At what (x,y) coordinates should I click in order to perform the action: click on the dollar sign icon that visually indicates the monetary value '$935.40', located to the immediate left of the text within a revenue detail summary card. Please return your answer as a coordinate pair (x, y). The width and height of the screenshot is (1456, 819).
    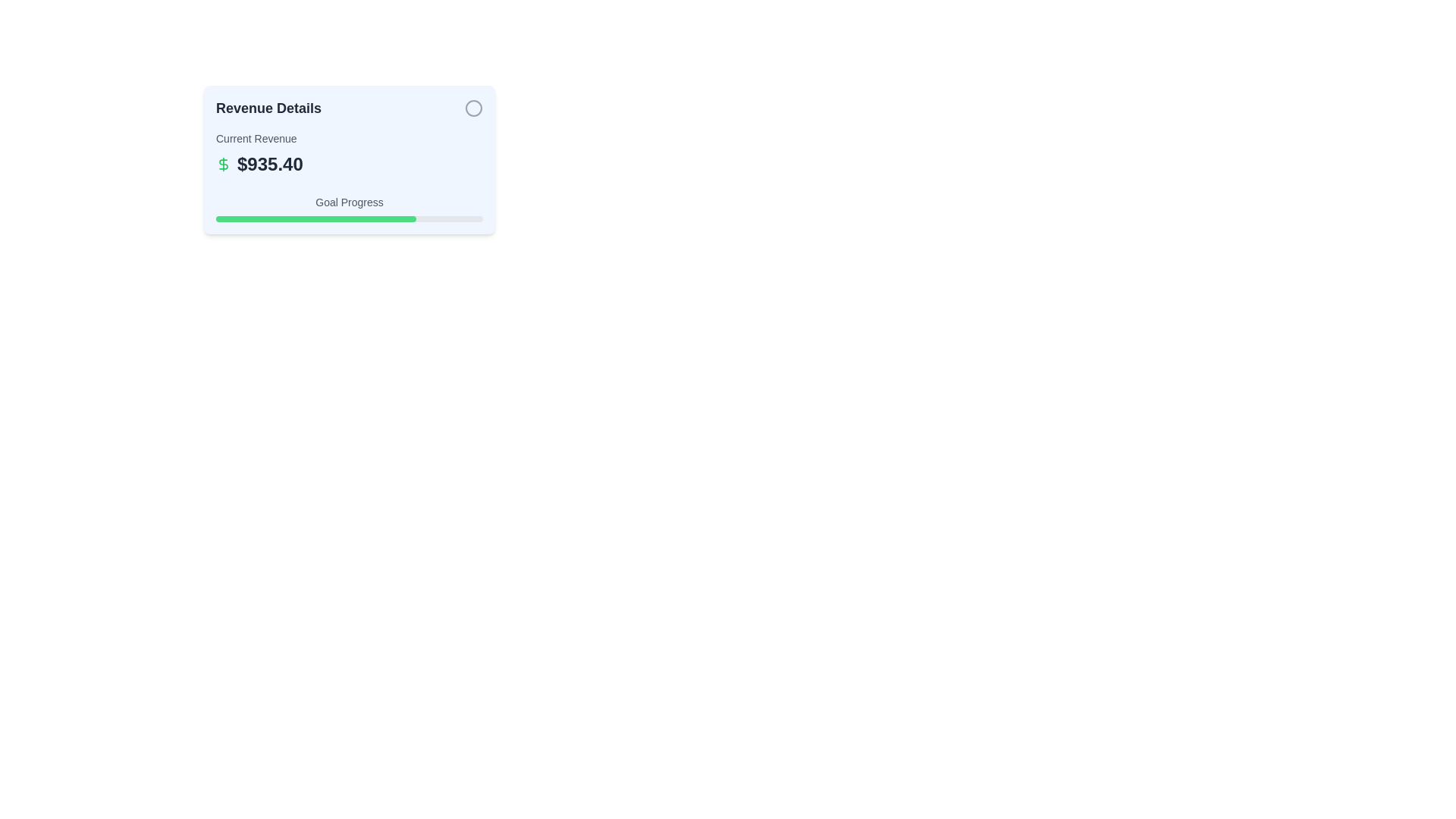
    Looking at the image, I should click on (222, 164).